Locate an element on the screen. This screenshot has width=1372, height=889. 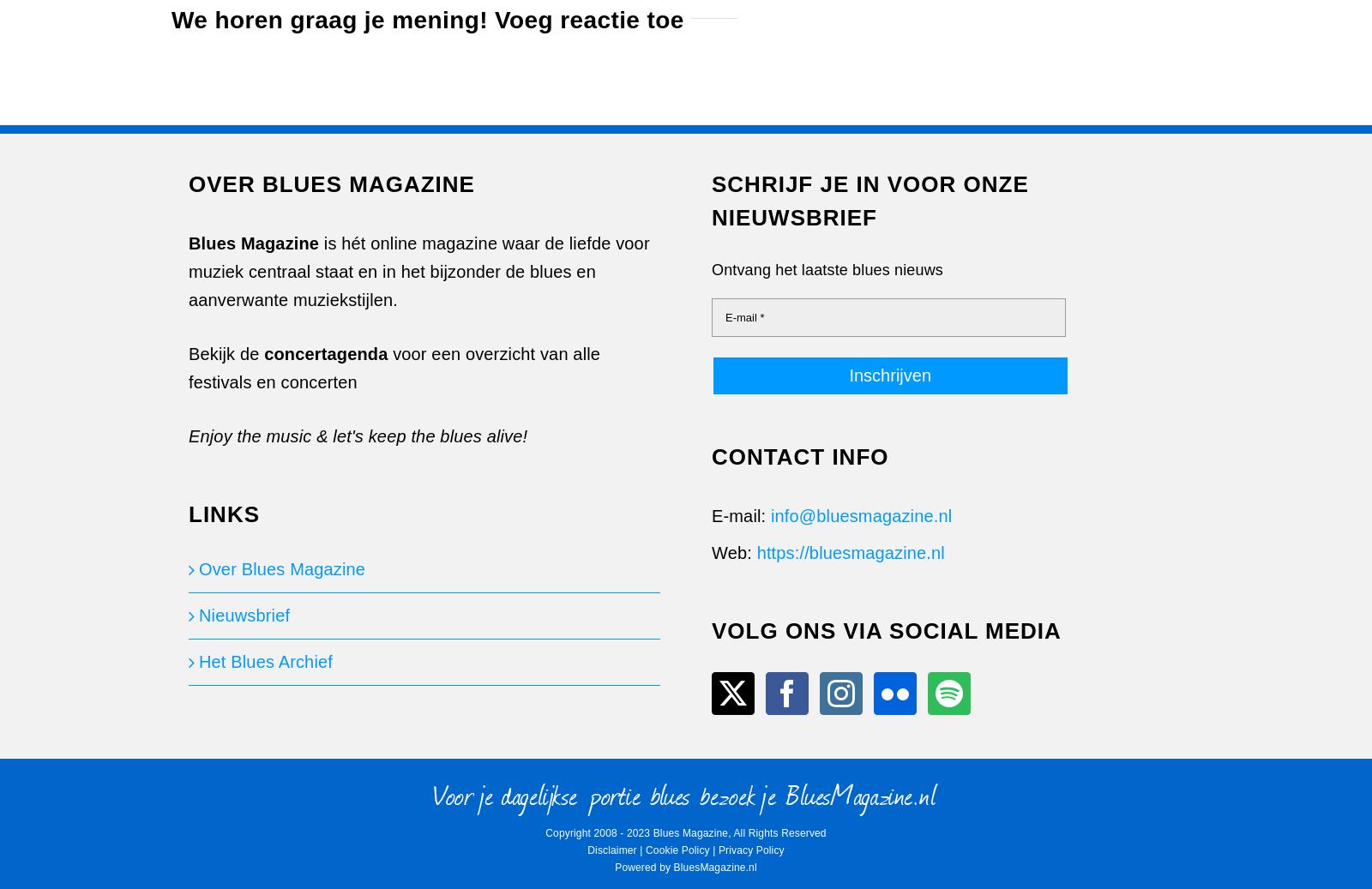
'Nieuwsbrief' is located at coordinates (244, 616).